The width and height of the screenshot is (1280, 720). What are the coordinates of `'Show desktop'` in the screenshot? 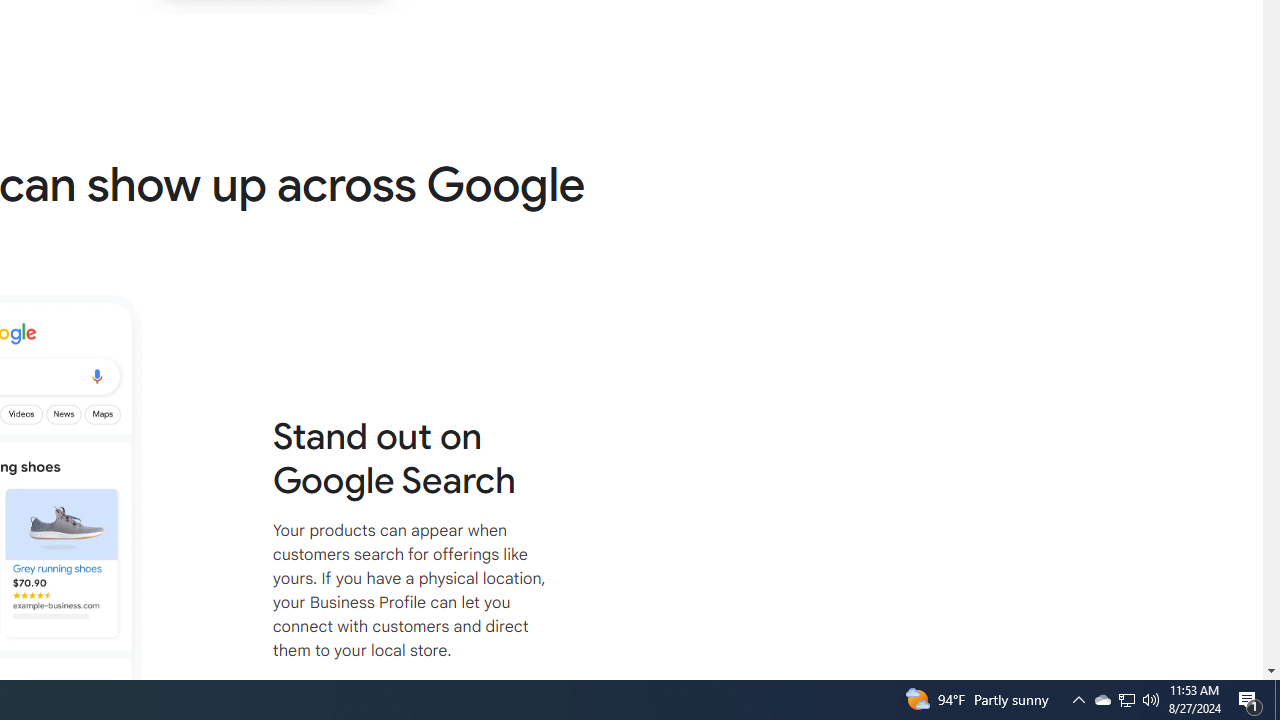 It's located at (1276, 698).